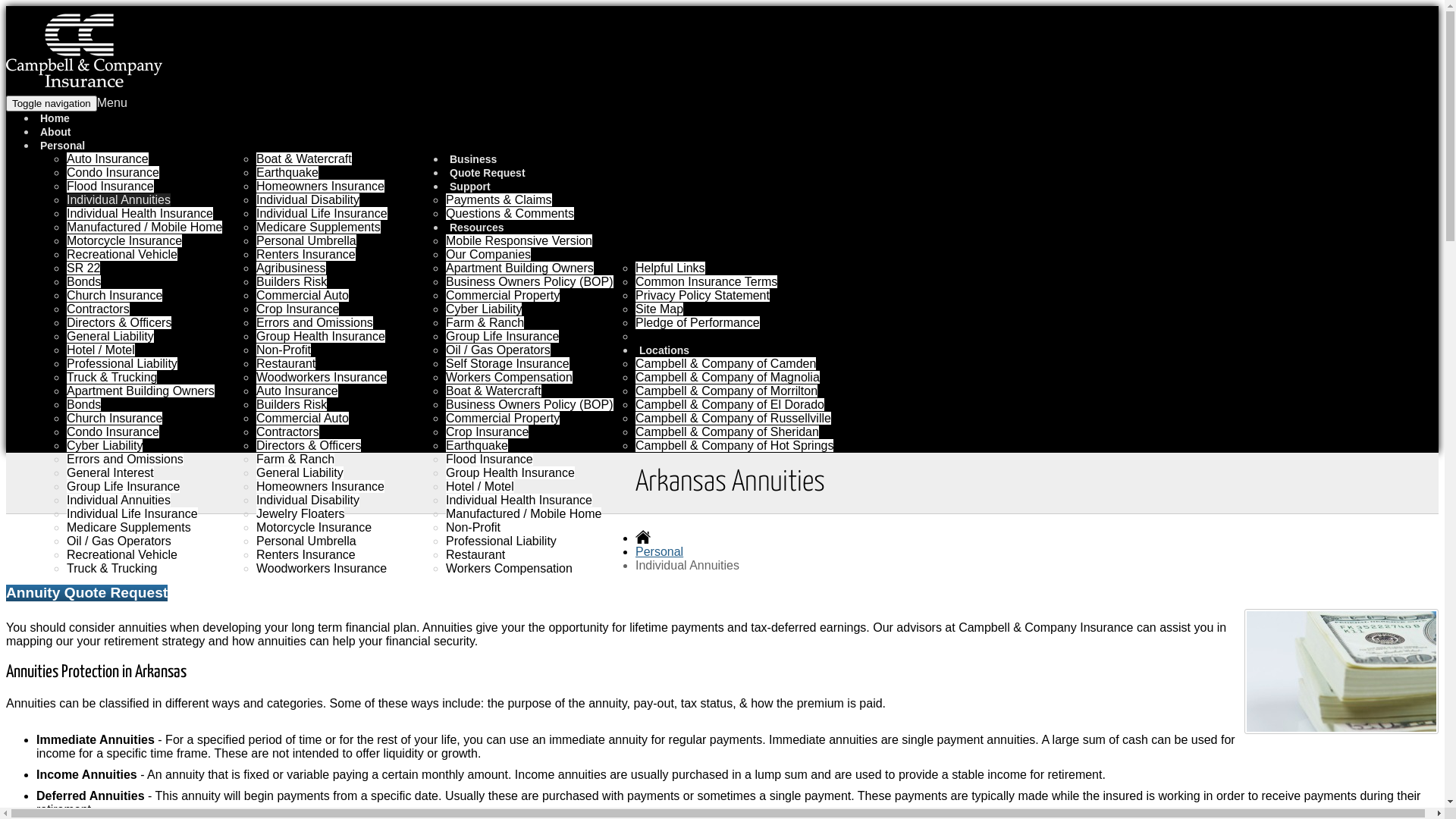 This screenshot has height=819, width=1456. I want to click on 'Campbell & Company of Magnolia', so click(726, 376).